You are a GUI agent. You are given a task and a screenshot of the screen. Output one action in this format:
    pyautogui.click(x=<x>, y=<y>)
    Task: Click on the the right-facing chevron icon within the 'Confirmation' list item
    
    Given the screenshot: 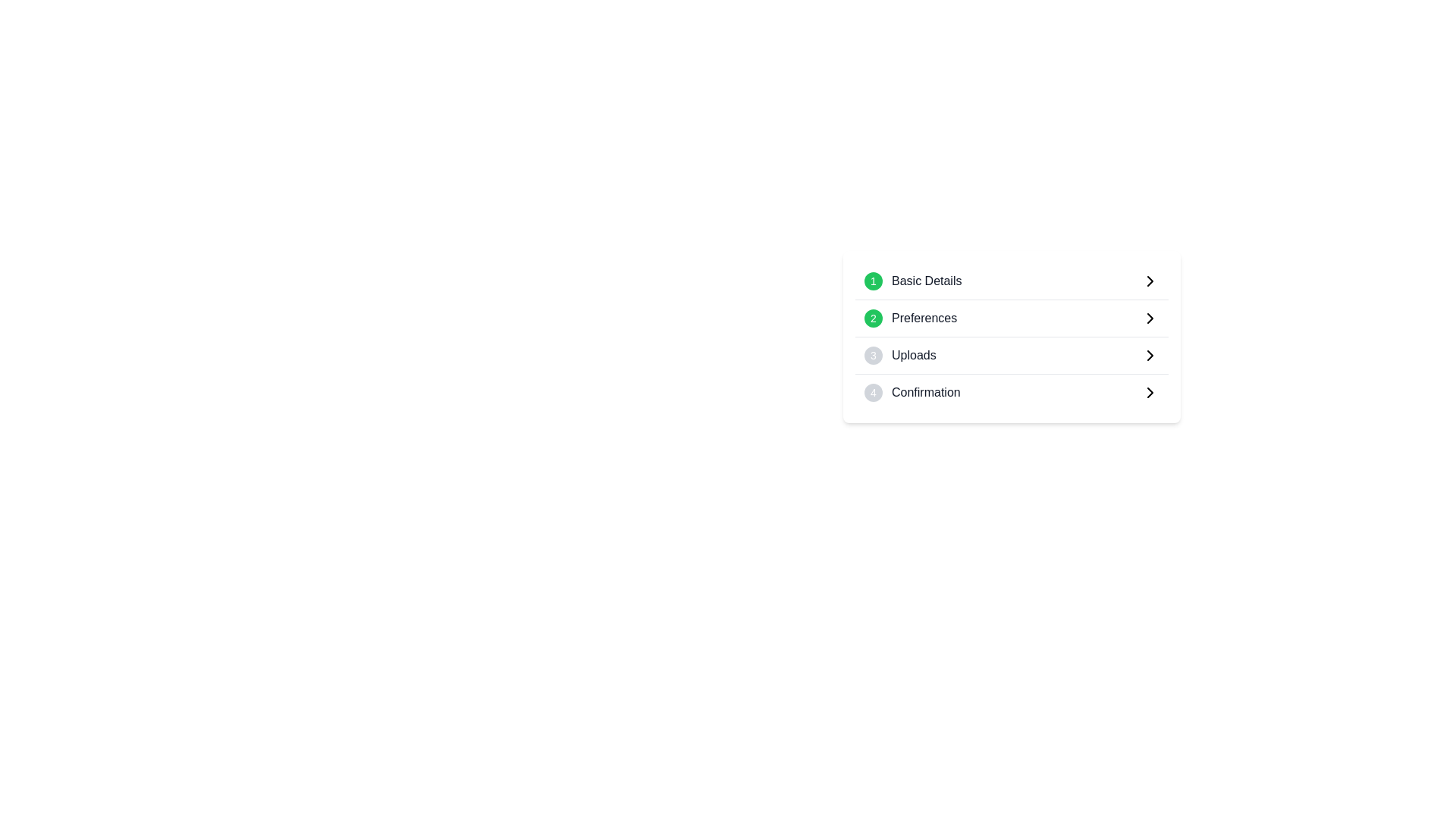 What is the action you would take?
    pyautogui.click(x=1150, y=391)
    